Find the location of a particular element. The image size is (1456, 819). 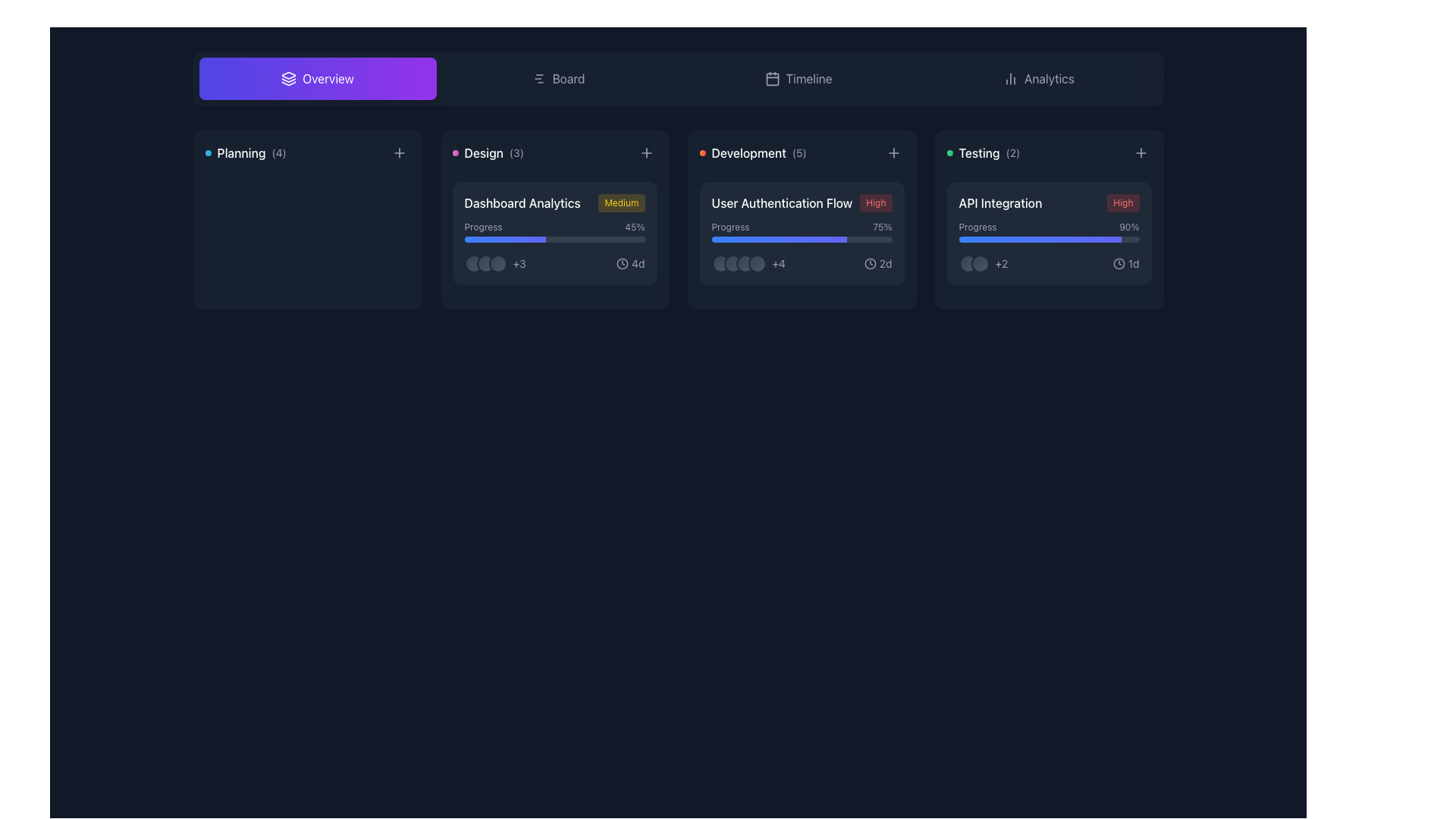

the 'Progress' text label displayed in light gray font located on the left side of the percentage indicator '90%' in the 'Testing' card under the 'API Integration' task is located at coordinates (977, 227).